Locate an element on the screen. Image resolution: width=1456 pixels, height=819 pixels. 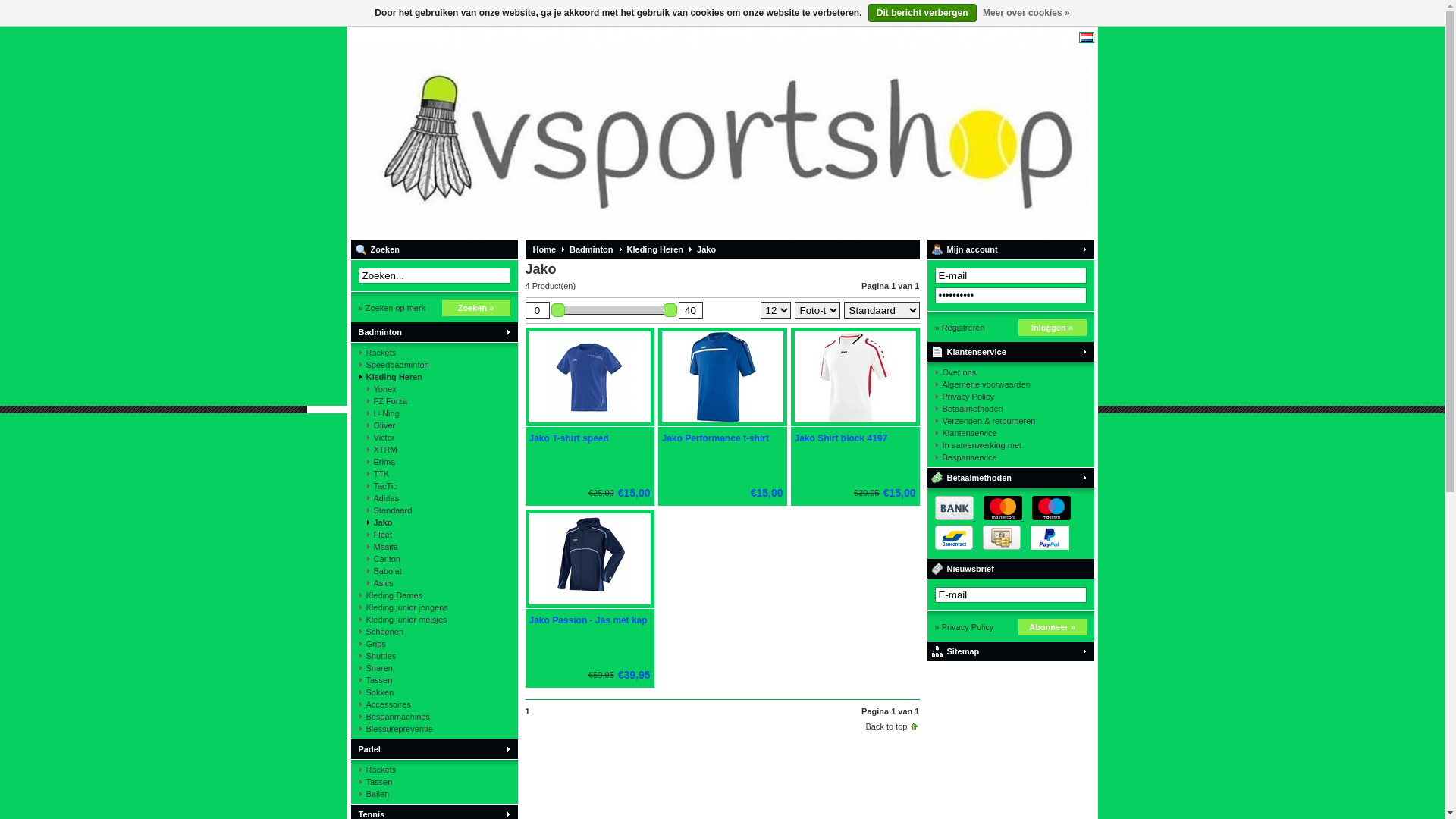
'In samenwerking met' is located at coordinates (1010, 444).